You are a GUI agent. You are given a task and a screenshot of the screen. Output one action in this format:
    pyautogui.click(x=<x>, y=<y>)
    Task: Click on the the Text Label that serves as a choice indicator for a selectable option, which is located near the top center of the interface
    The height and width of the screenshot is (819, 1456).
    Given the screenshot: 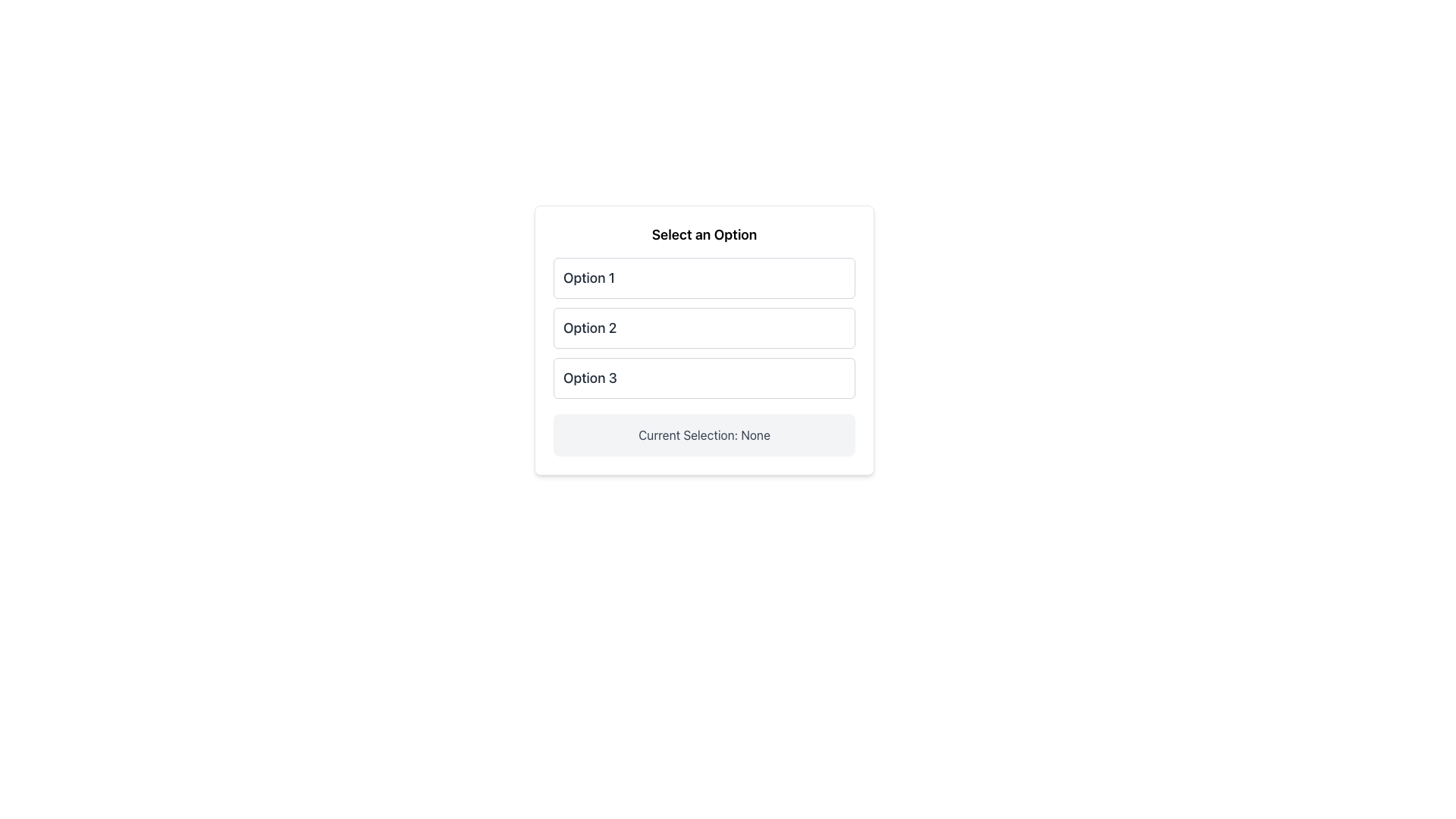 What is the action you would take?
    pyautogui.click(x=588, y=278)
    